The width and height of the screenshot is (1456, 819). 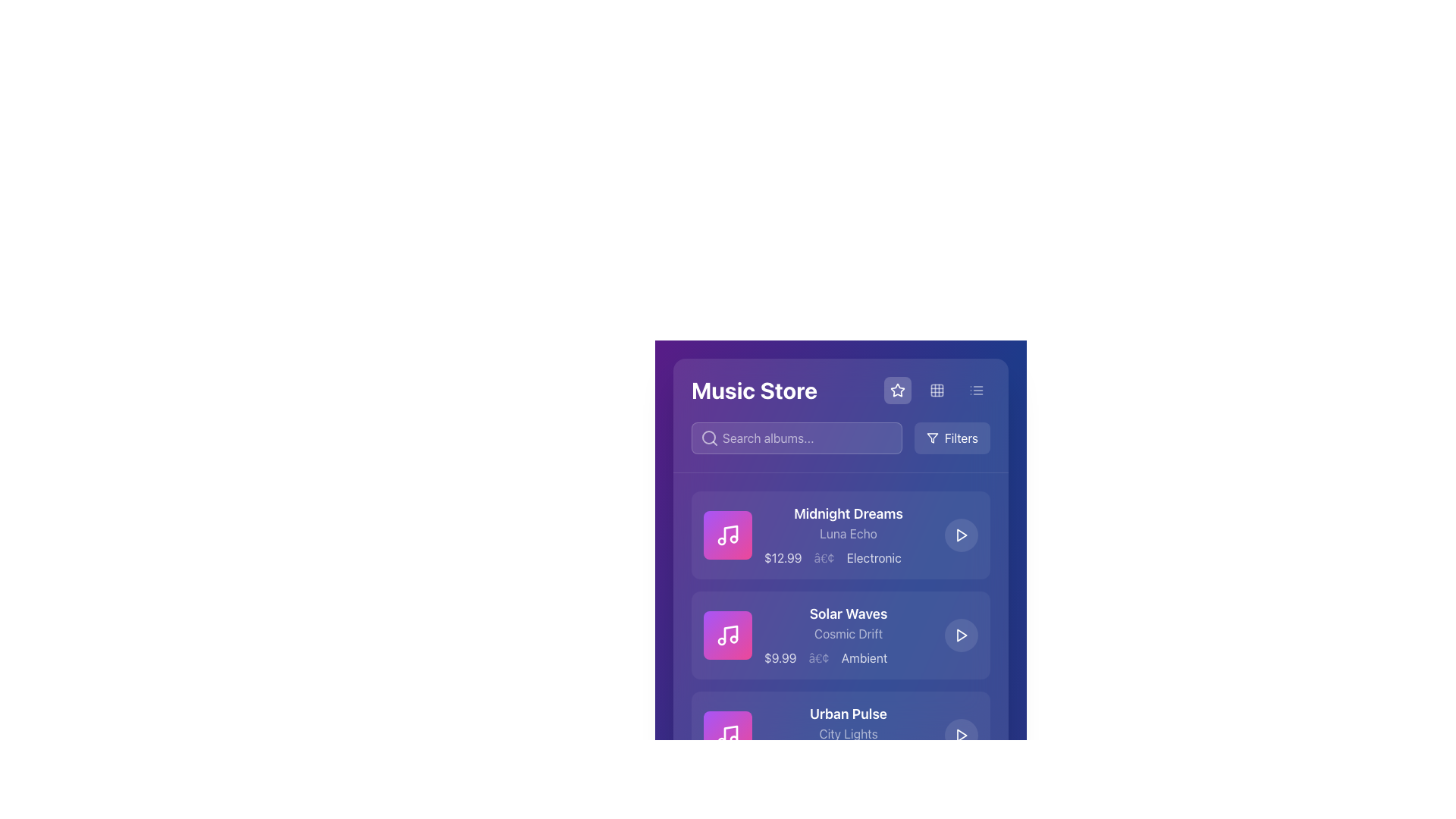 What do you see at coordinates (960, 635) in the screenshot?
I see `the play button for the 'Solar Waves' album, located in the third row to the right of its details` at bounding box center [960, 635].